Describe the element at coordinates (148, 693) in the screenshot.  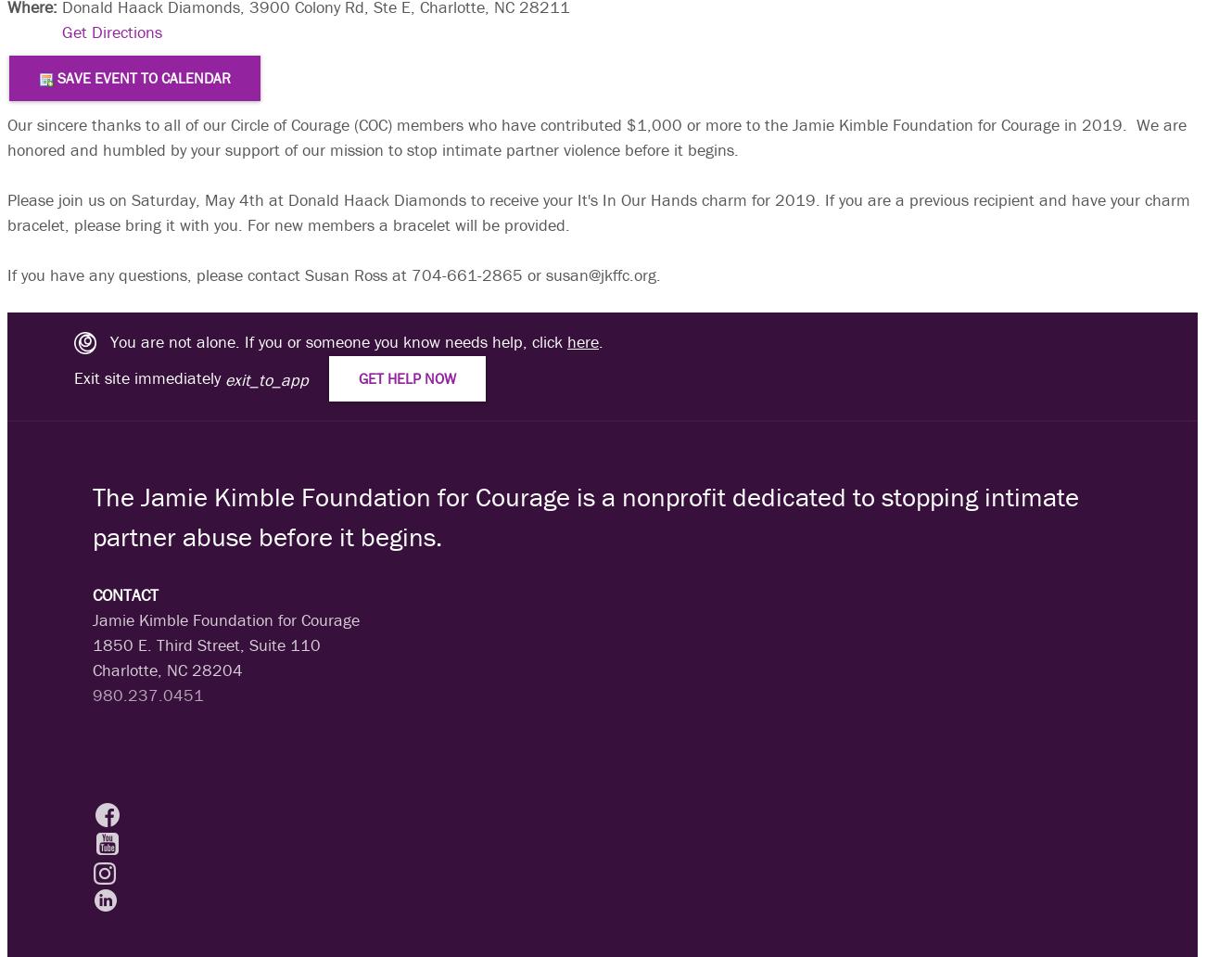
I see `'980.237.0451'` at that location.